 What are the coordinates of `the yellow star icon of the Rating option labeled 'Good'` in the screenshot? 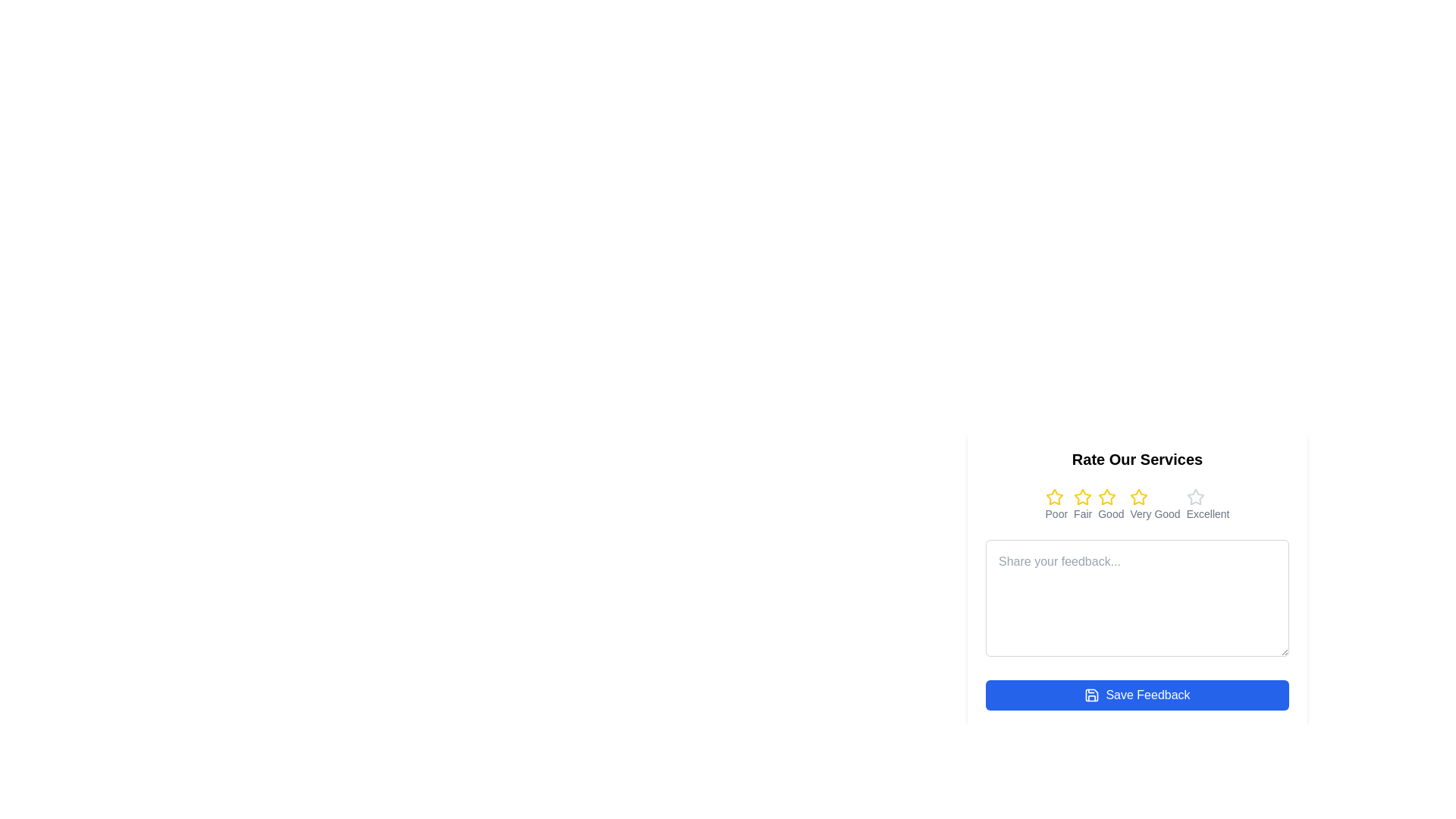 It's located at (1111, 505).